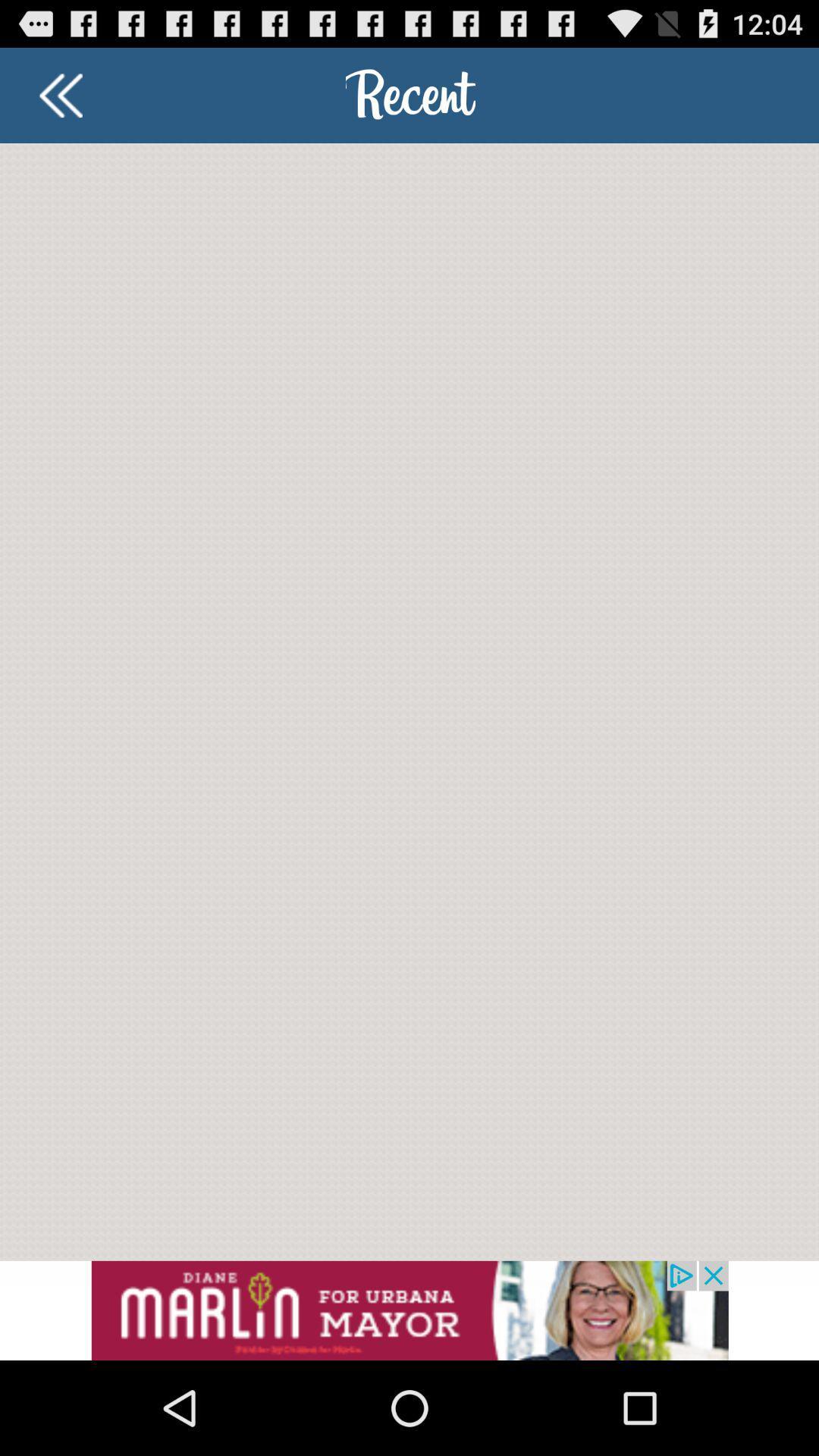  Describe the element at coordinates (60, 94) in the screenshot. I see `back` at that location.